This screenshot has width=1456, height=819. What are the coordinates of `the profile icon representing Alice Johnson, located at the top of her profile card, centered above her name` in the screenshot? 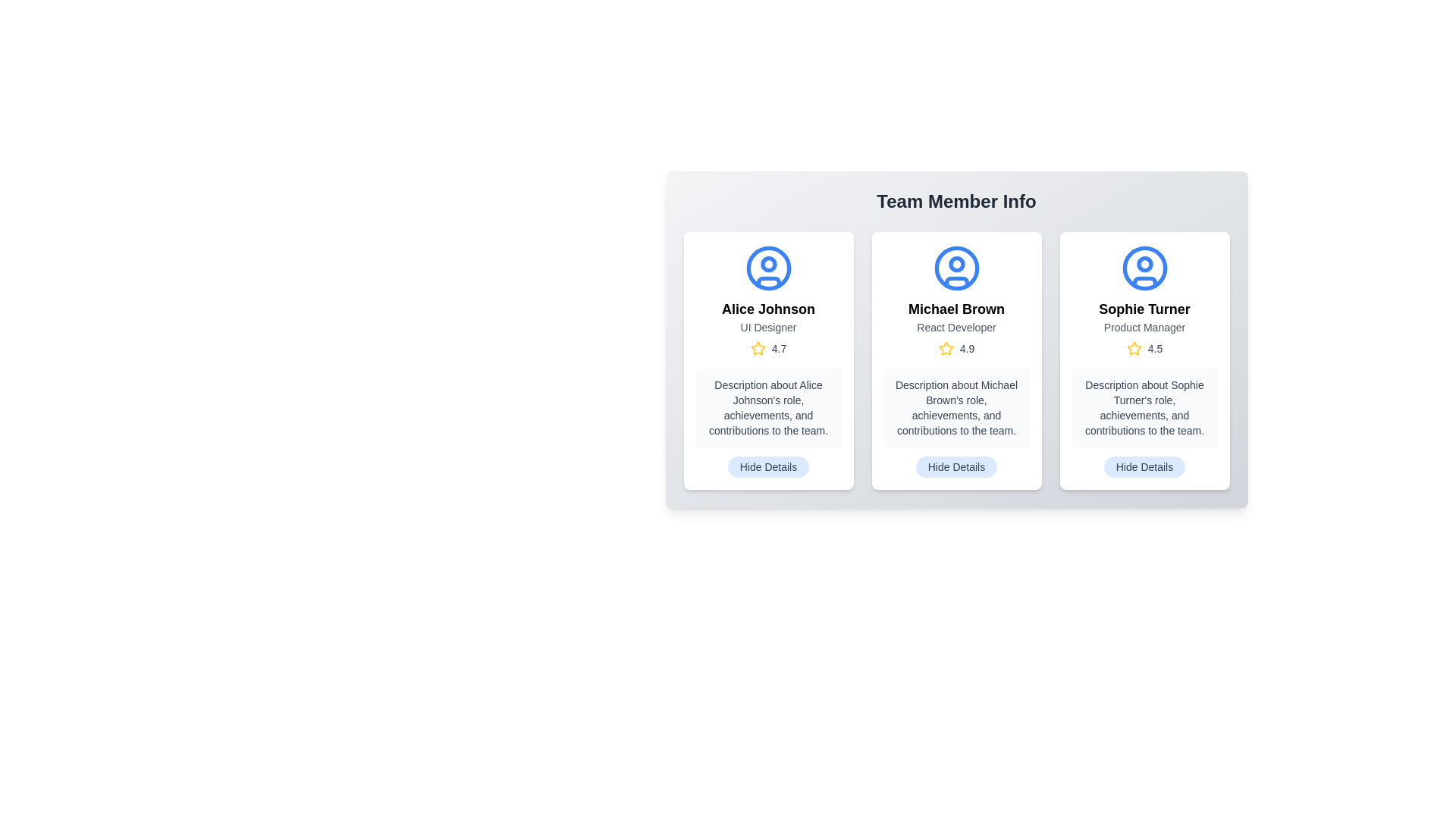 It's located at (768, 268).